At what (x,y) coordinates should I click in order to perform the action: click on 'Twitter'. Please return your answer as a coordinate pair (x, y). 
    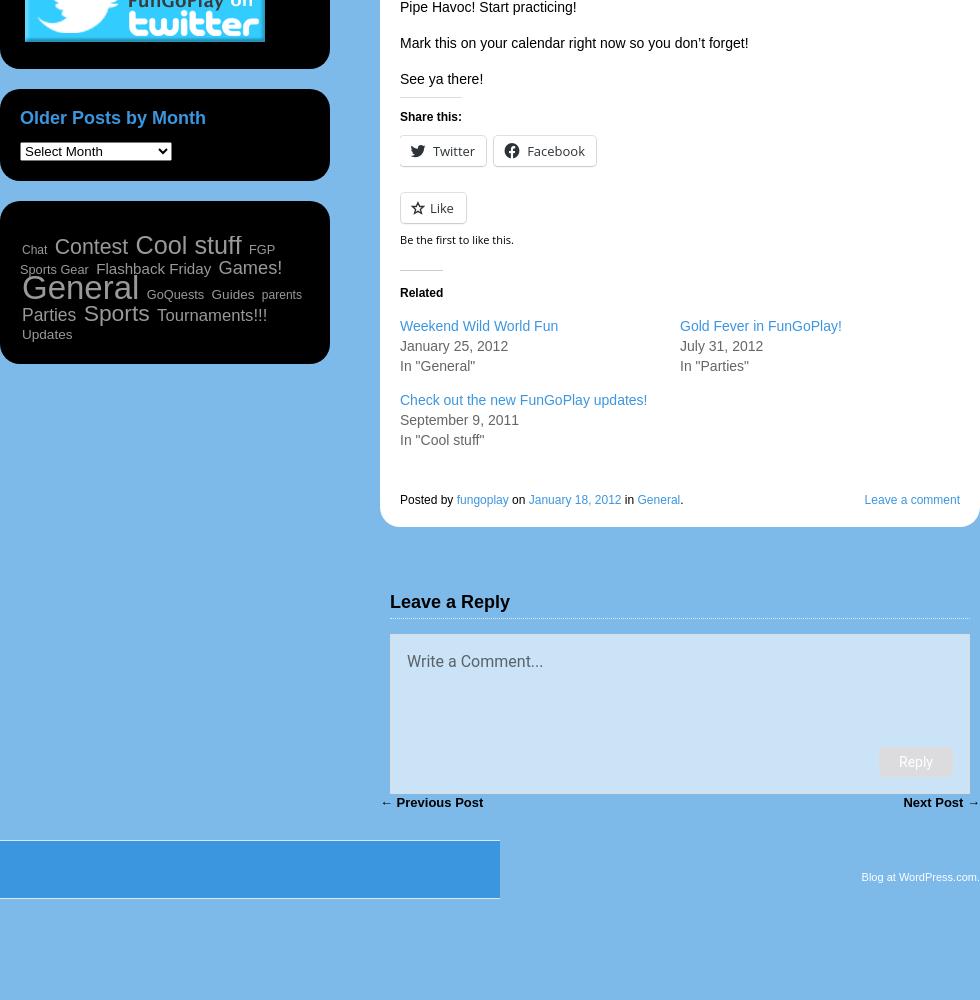
    Looking at the image, I should click on (454, 151).